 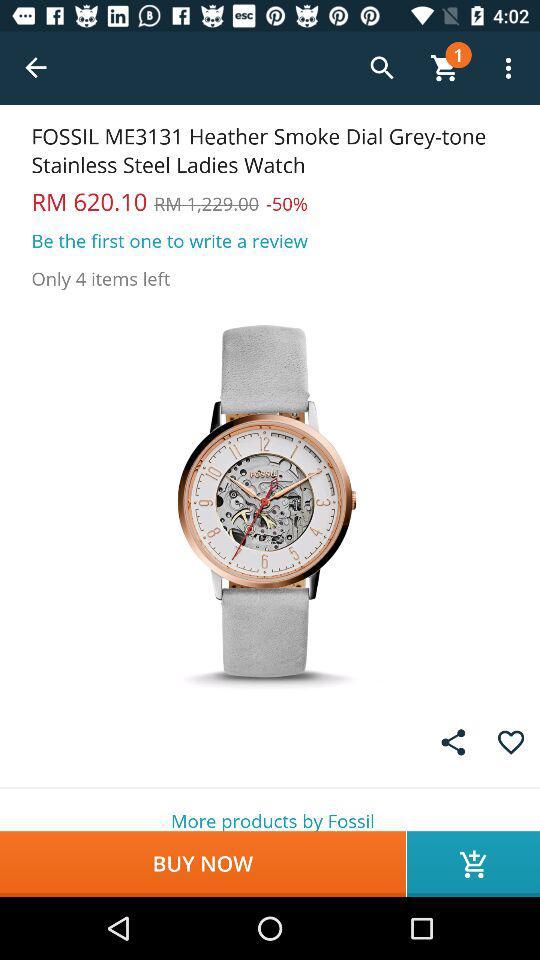 I want to click on the item above the fossil me3131 heather, so click(x=36, y=68).